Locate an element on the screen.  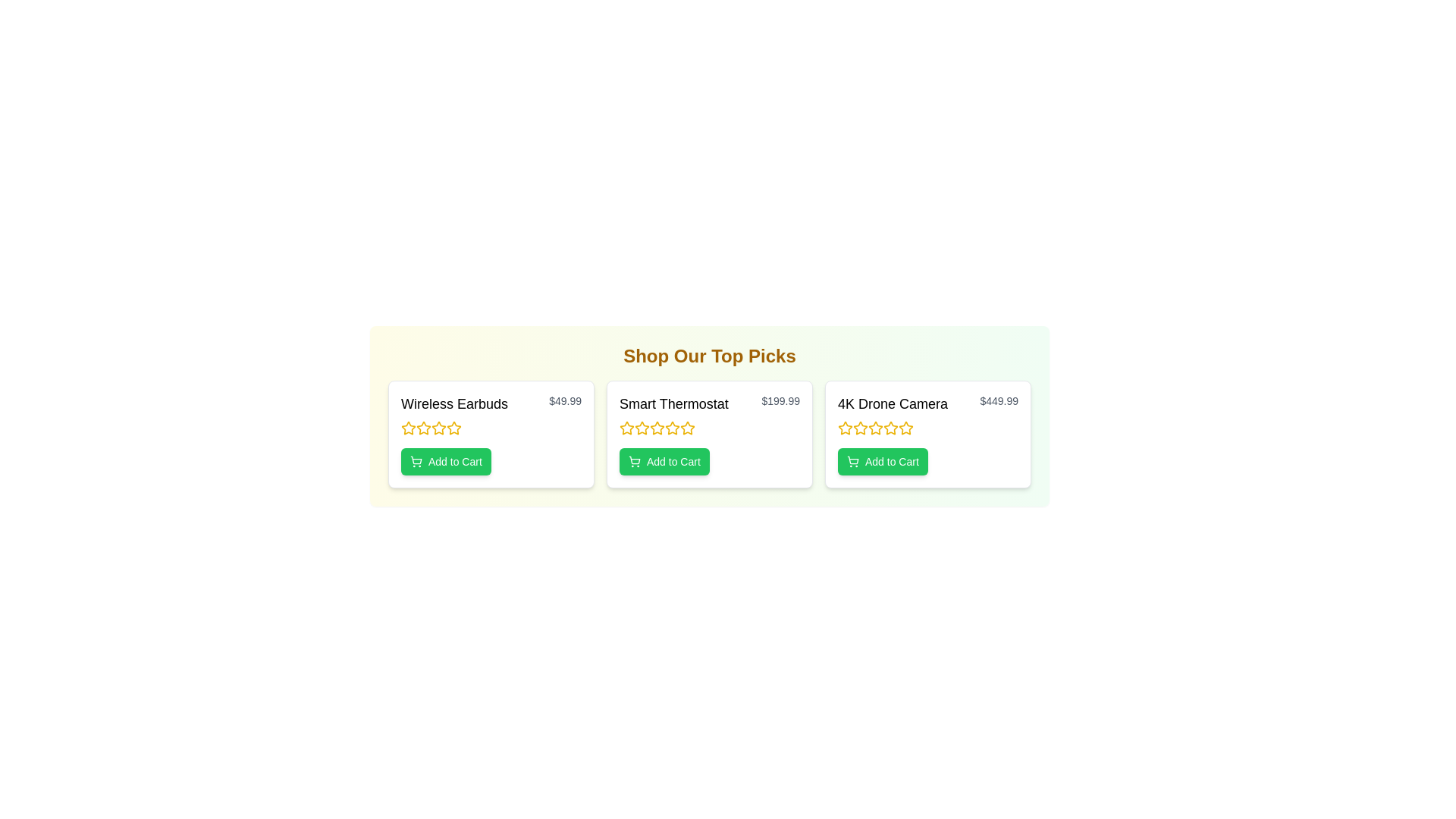
the 'Add to Cart' button for the product 4K Drone Camera is located at coordinates (882, 461).